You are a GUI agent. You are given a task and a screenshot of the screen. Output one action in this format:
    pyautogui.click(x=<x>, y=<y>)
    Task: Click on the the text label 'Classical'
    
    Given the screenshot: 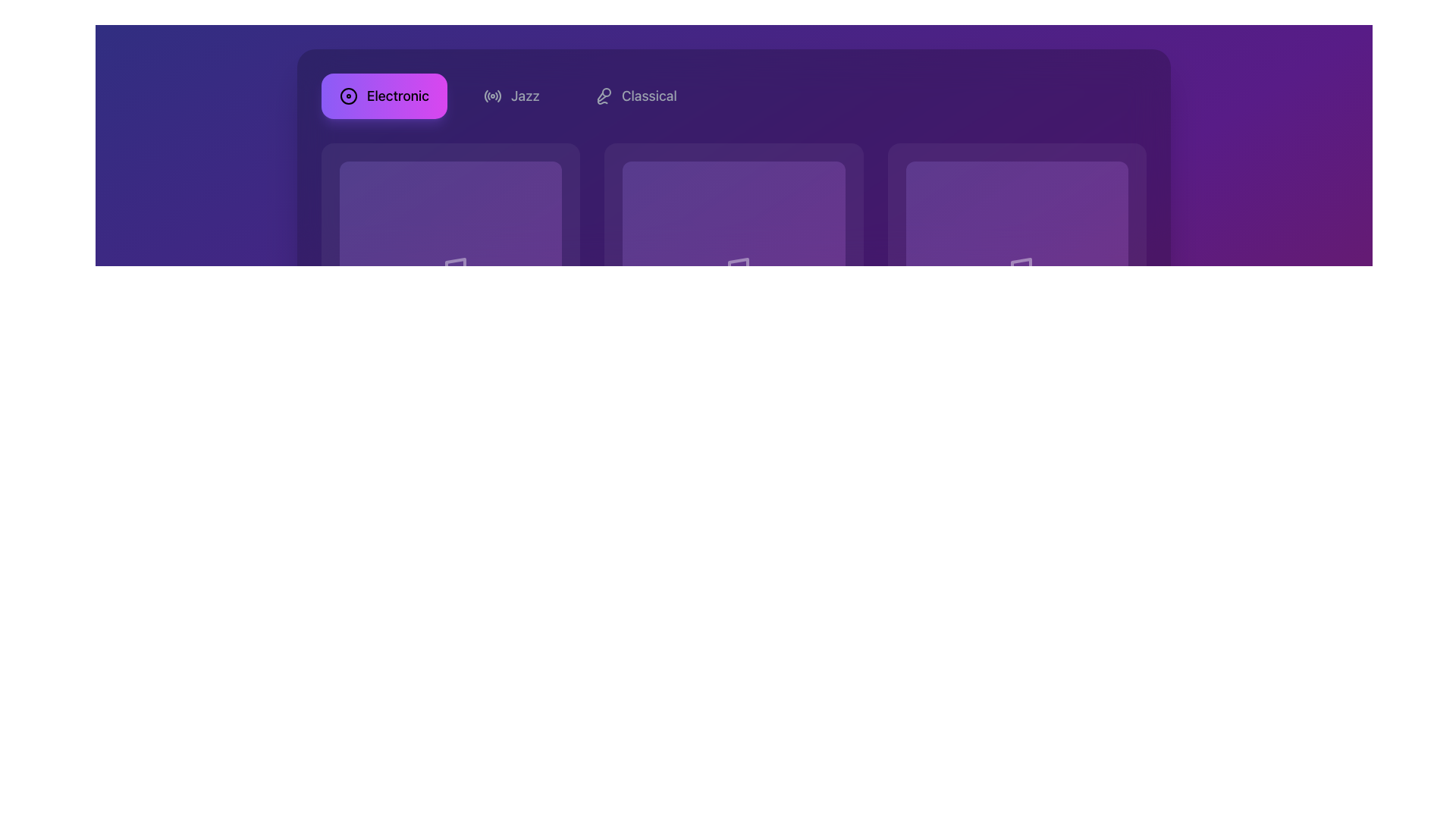 What is the action you would take?
    pyautogui.click(x=649, y=96)
    